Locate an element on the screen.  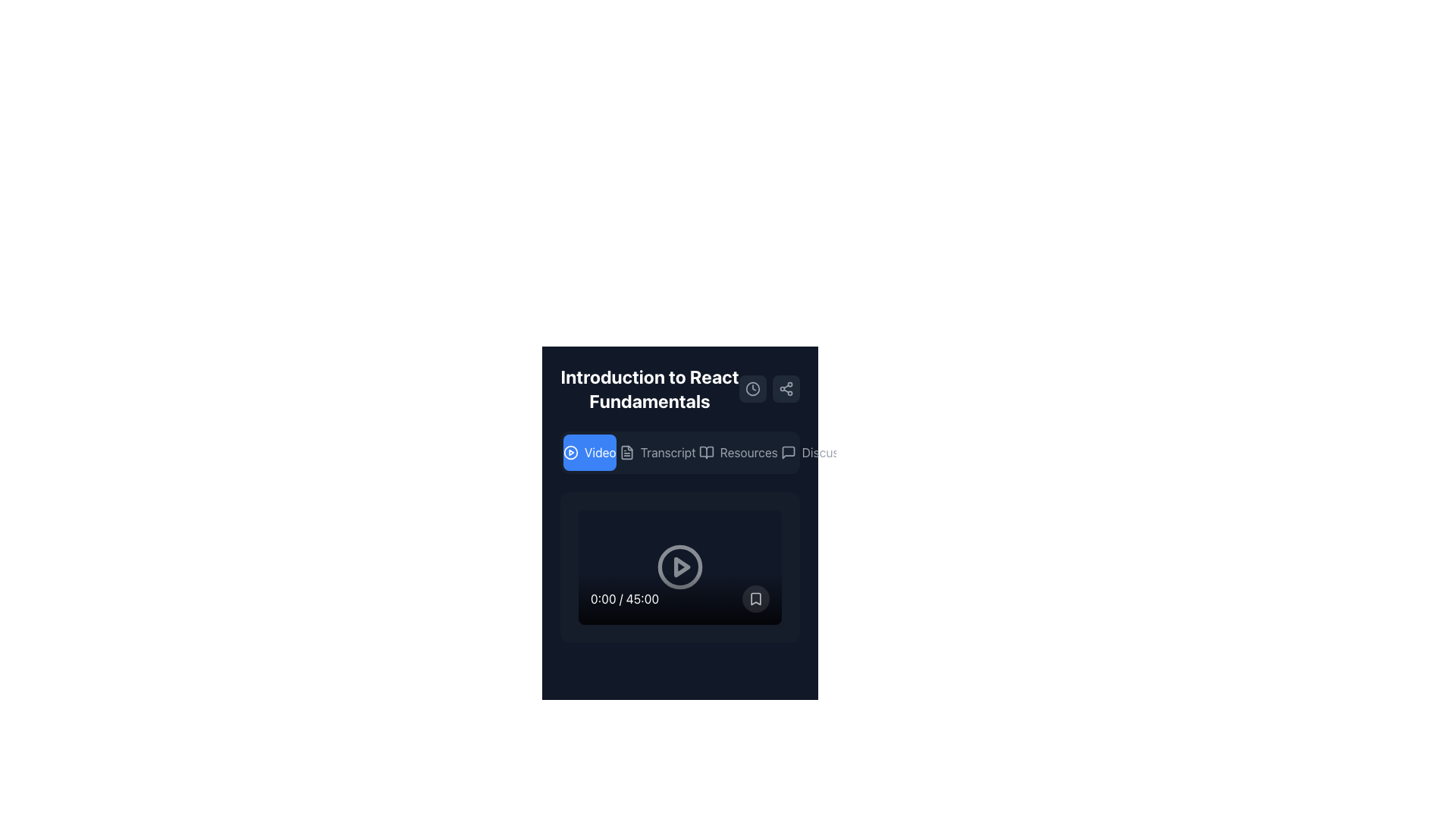
the navigation button located in the middle-right area of the toolbar group, which is the third option from the left, following 'Transcript' is located at coordinates (748, 452).